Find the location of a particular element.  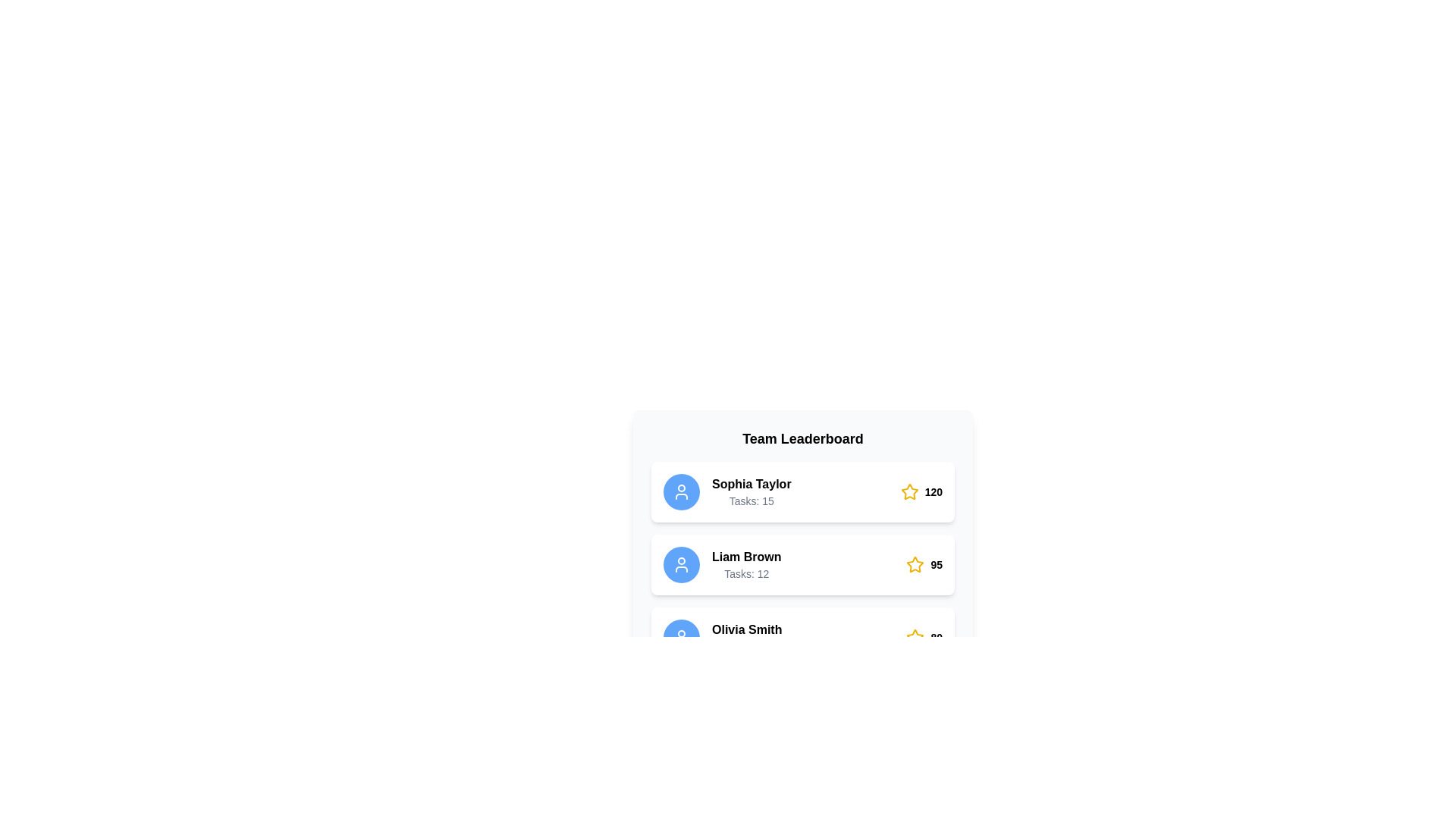

the text block containing 'Liam Brown' and 'Tasks: 12' within the Team Leaderboard section, positioned between a blue user icon and a yellow star icon is located at coordinates (746, 564).